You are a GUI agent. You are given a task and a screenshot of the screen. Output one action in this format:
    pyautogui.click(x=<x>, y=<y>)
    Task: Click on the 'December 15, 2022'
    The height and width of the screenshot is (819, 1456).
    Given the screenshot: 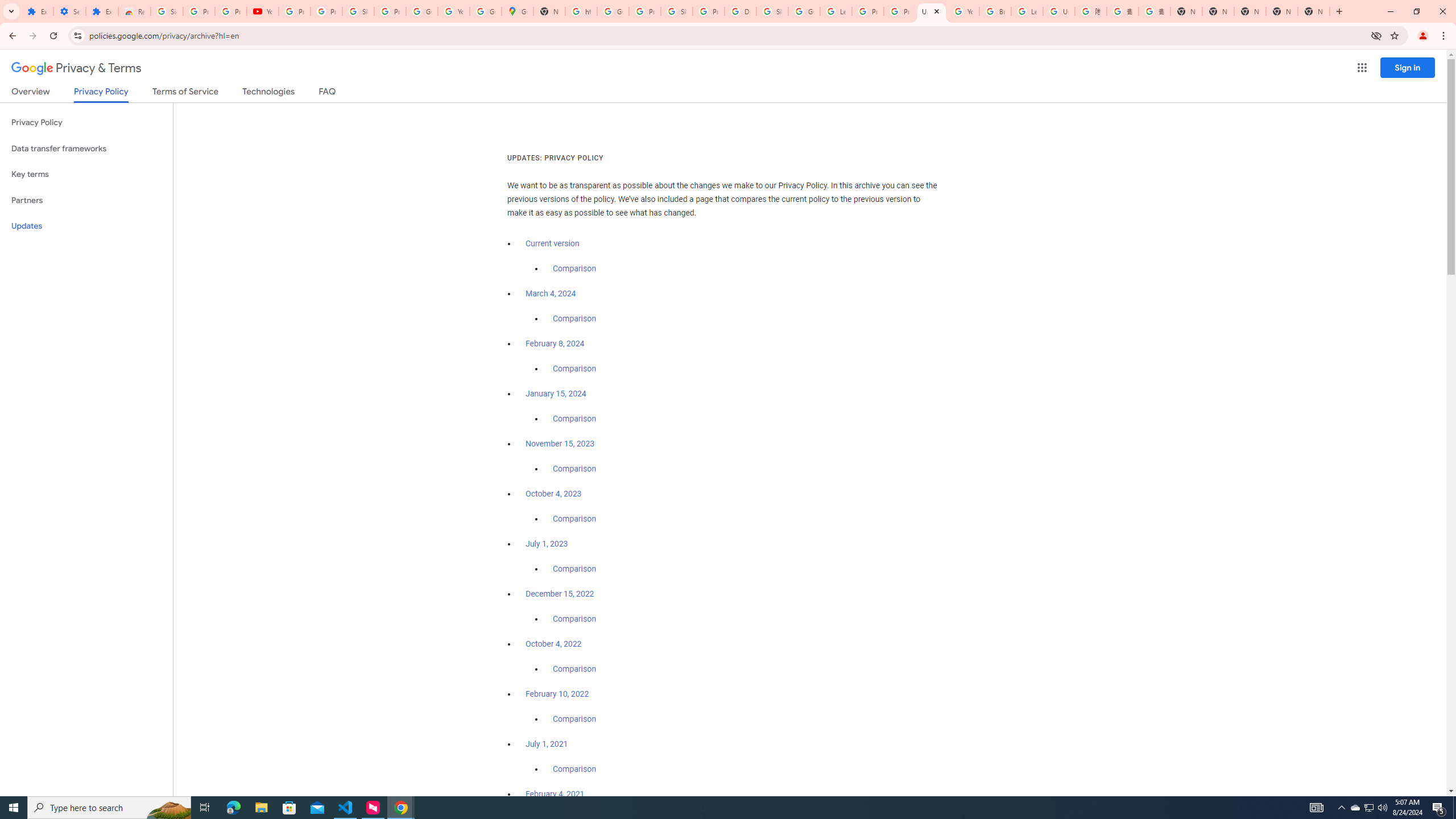 What is the action you would take?
    pyautogui.click(x=559, y=593)
    